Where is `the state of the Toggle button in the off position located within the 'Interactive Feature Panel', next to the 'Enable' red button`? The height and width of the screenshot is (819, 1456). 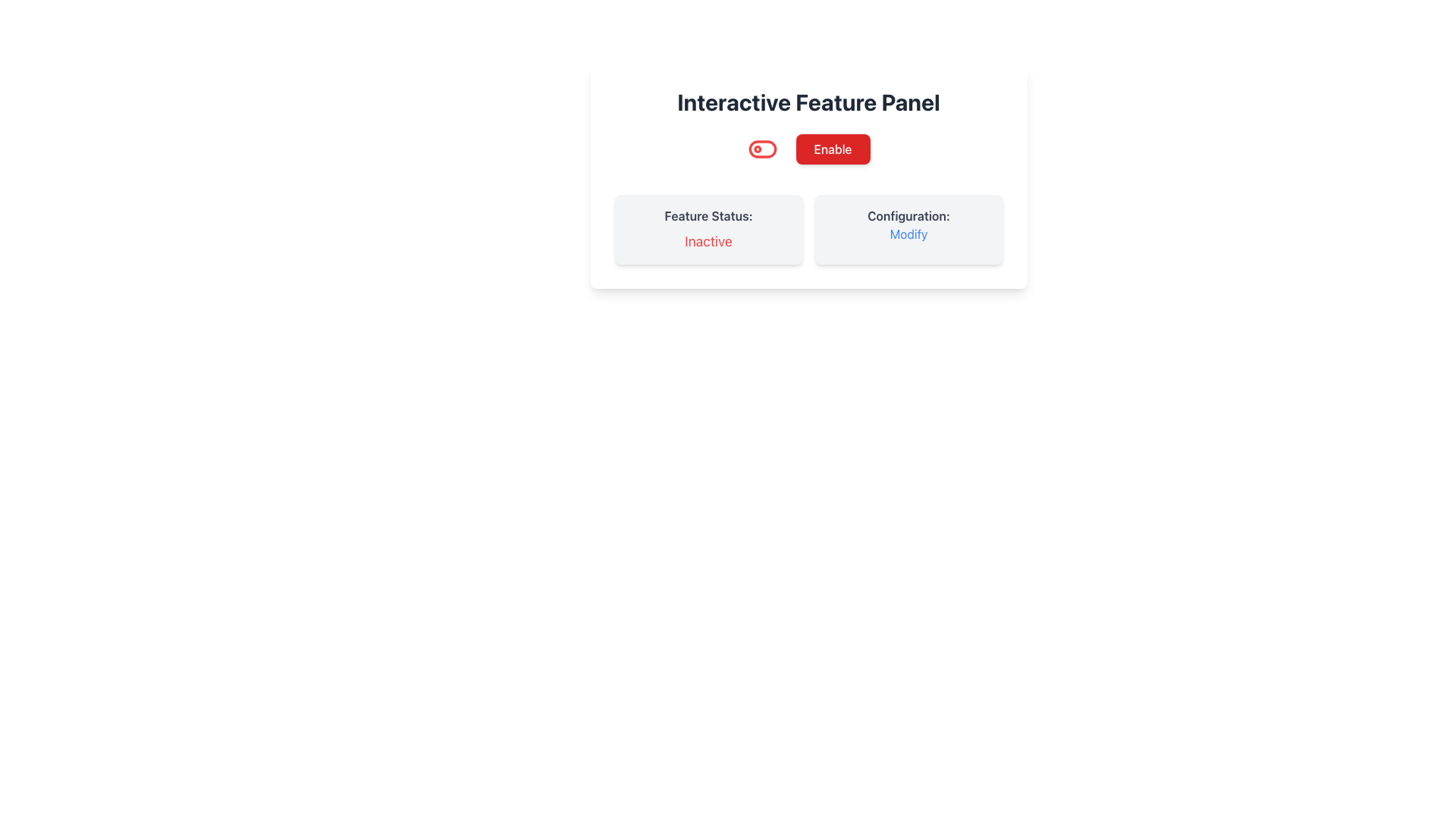 the state of the Toggle button in the off position located within the 'Interactive Feature Panel', next to the 'Enable' red button is located at coordinates (762, 149).